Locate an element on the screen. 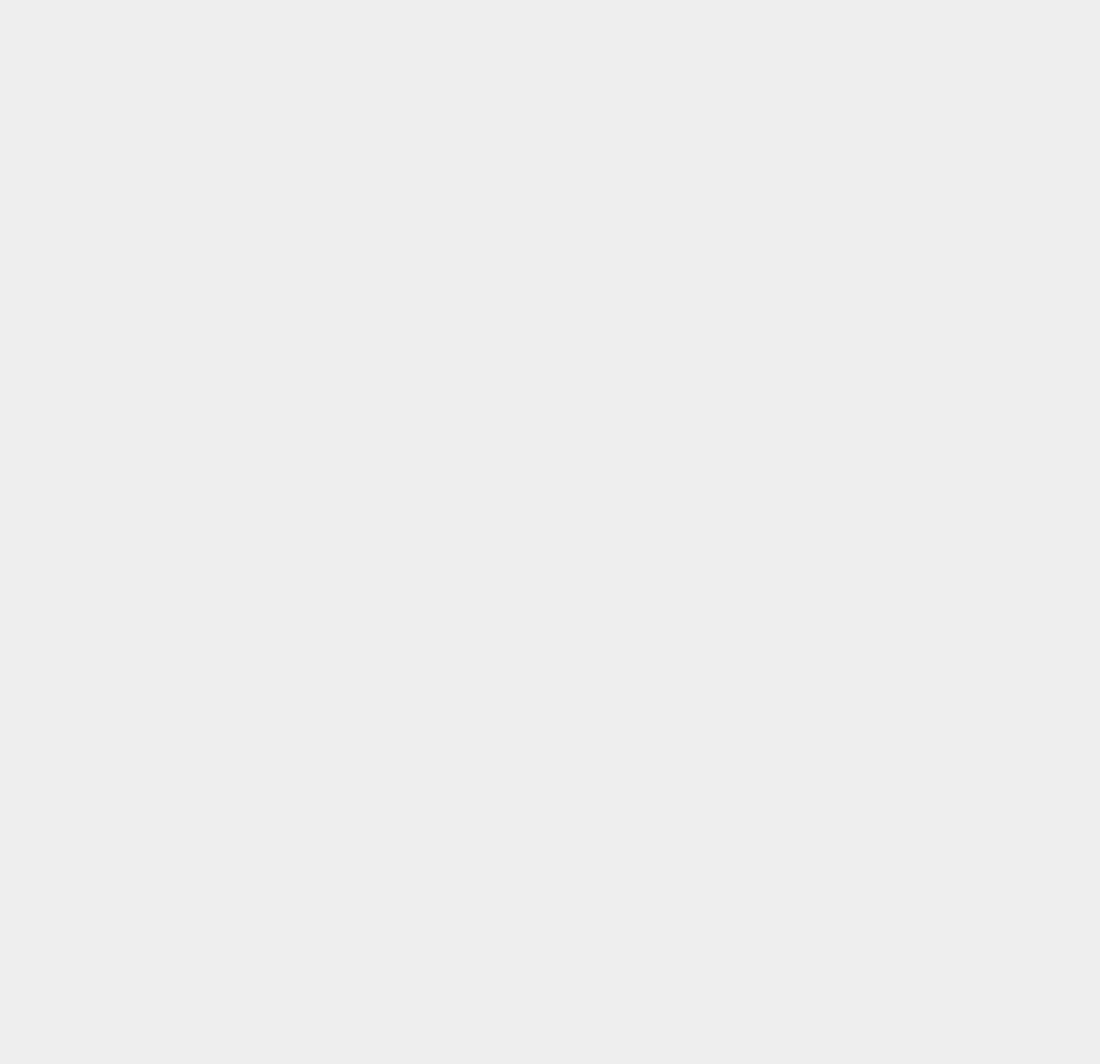 Image resolution: width=1100 pixels, height=1064 pixels. 'Shopping' is located at coordinates (807, 903).